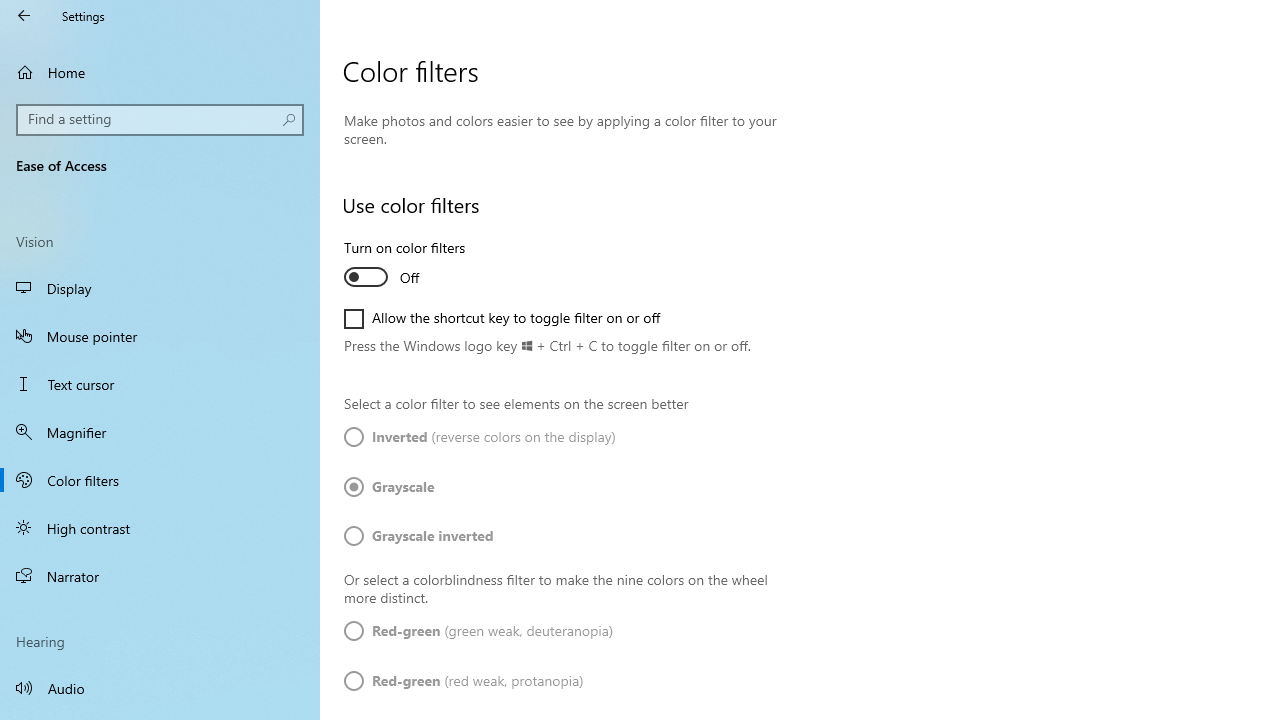 This screenshot has width=1280, height=720. Describe the element at coordinates (418, 535) in the screenshot. I see `'Grayscale inverted'` at that location.